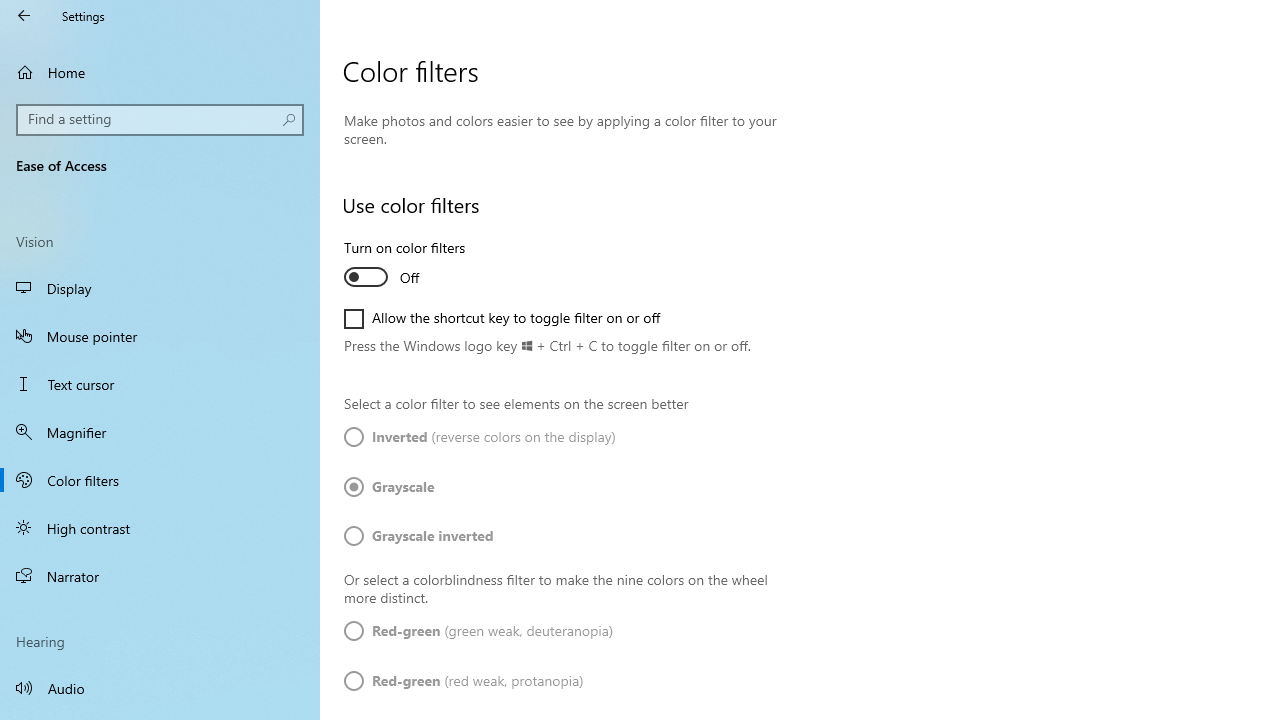 This screenshot has width=1280, height=720. Describe the element at coordinates (418, 535) in the screenshot. I see `'Grayscale inverted'` at that location.